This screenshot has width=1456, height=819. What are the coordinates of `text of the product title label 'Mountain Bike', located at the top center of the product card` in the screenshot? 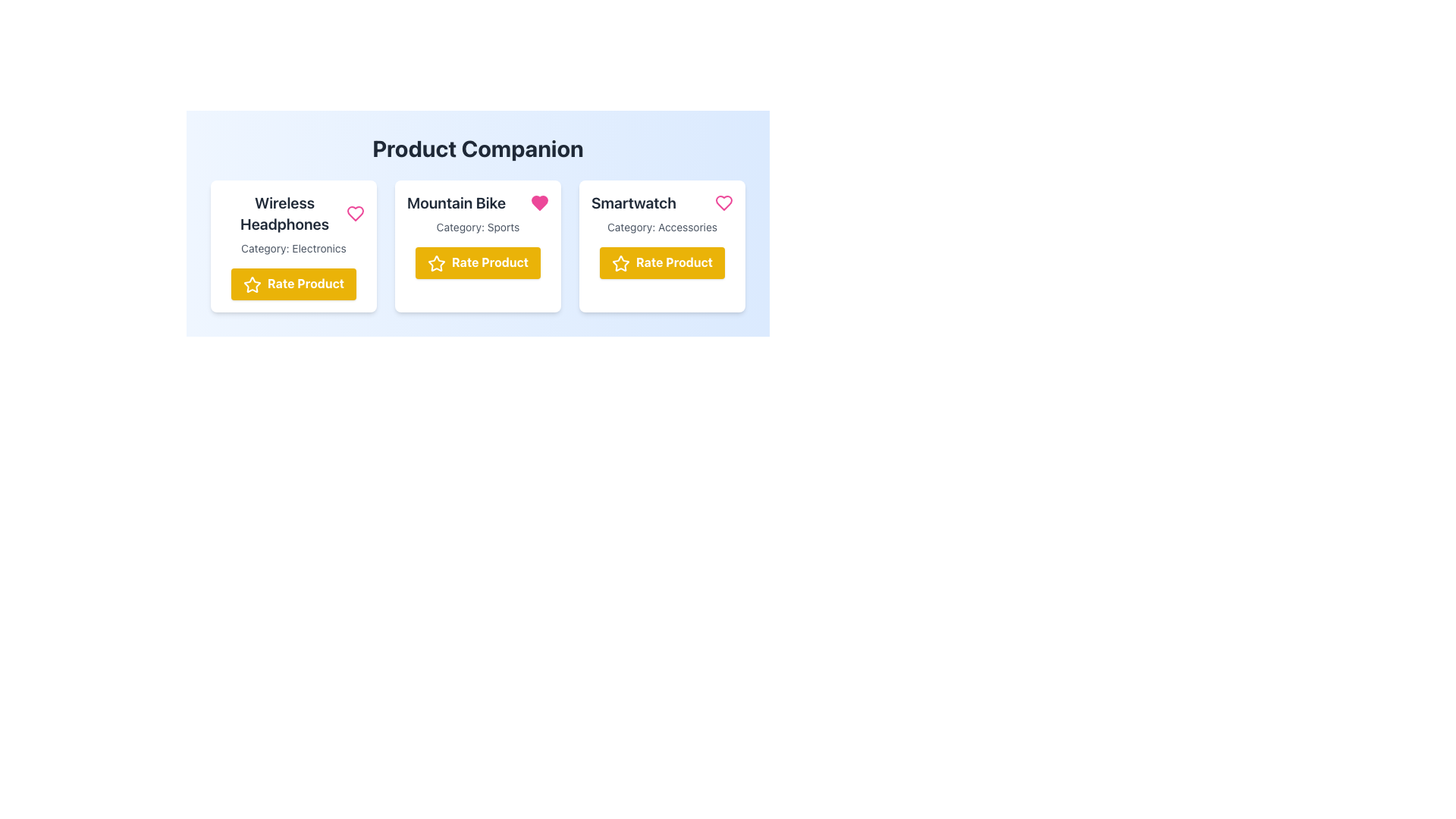 It's located at (456, 202).